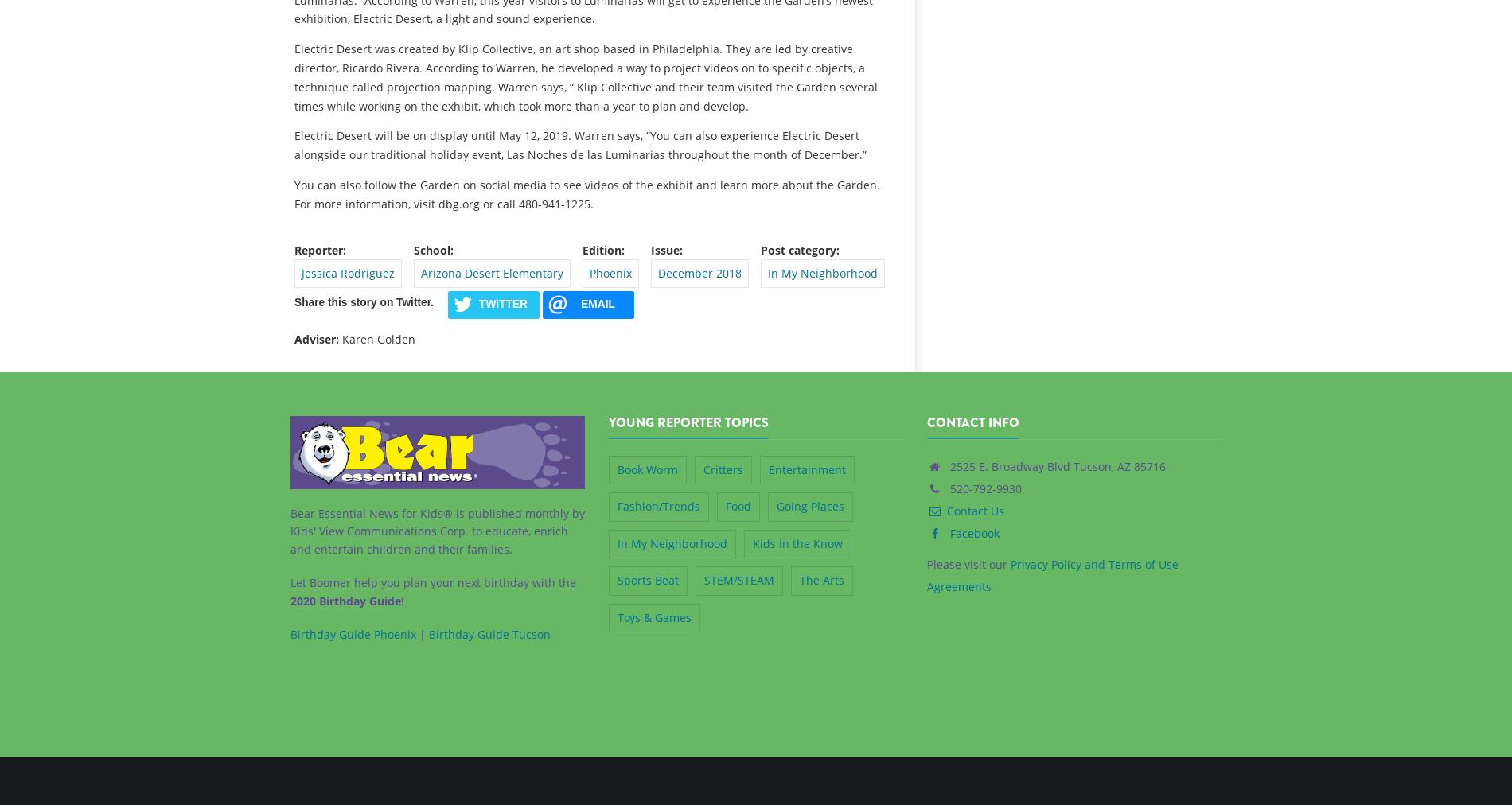 This screenshot has height=805, width=1512. I want to click on 'Fashion/Trends', so click(657, 506).